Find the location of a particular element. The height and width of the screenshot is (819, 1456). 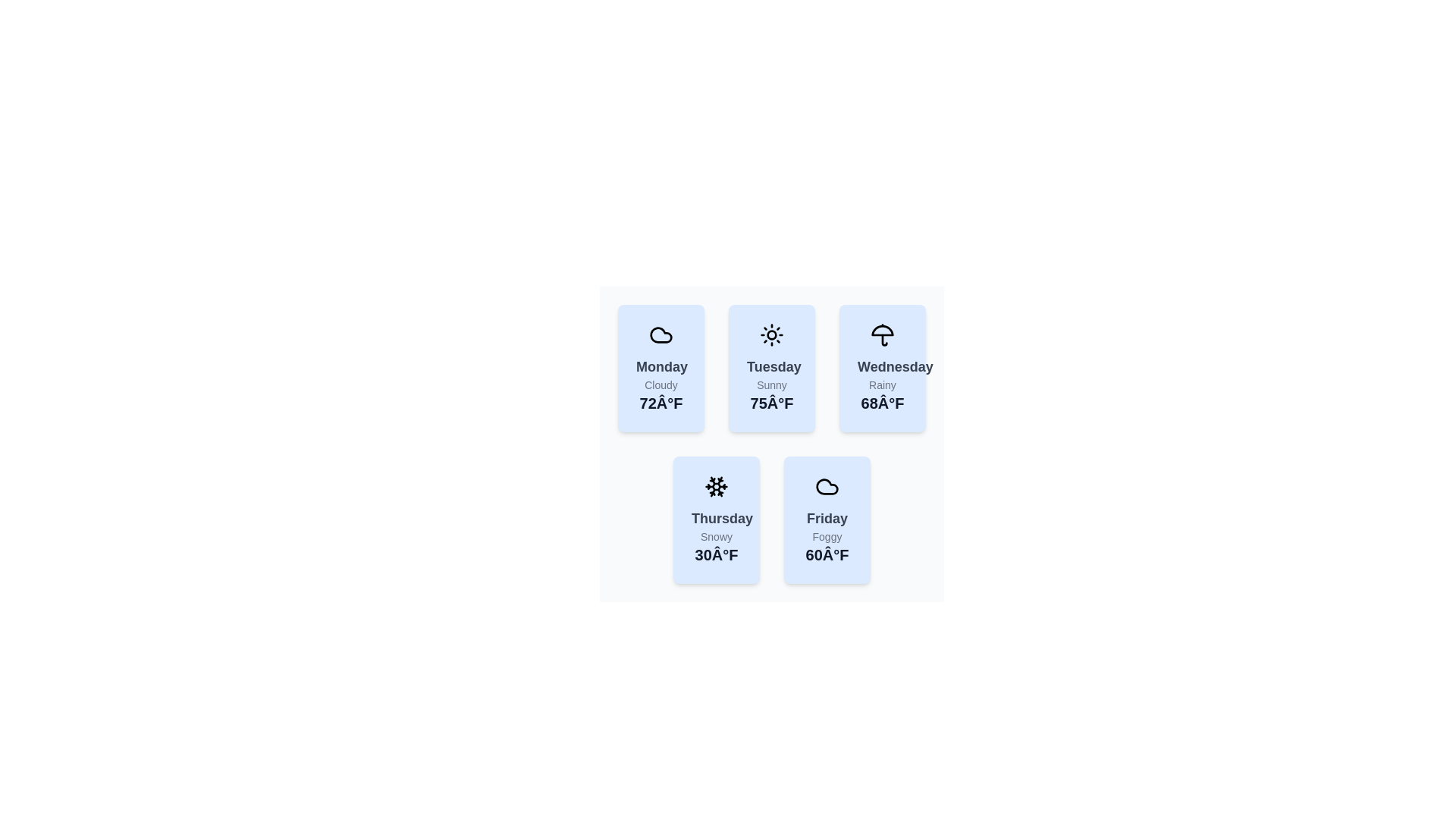

the dark-toned decorative graphic forming the top part of the umbrella icon within the 'Wednesday Rainy 68°F' weather card, which is the third card in the top horizontal row is located at coordinates (882, 329).